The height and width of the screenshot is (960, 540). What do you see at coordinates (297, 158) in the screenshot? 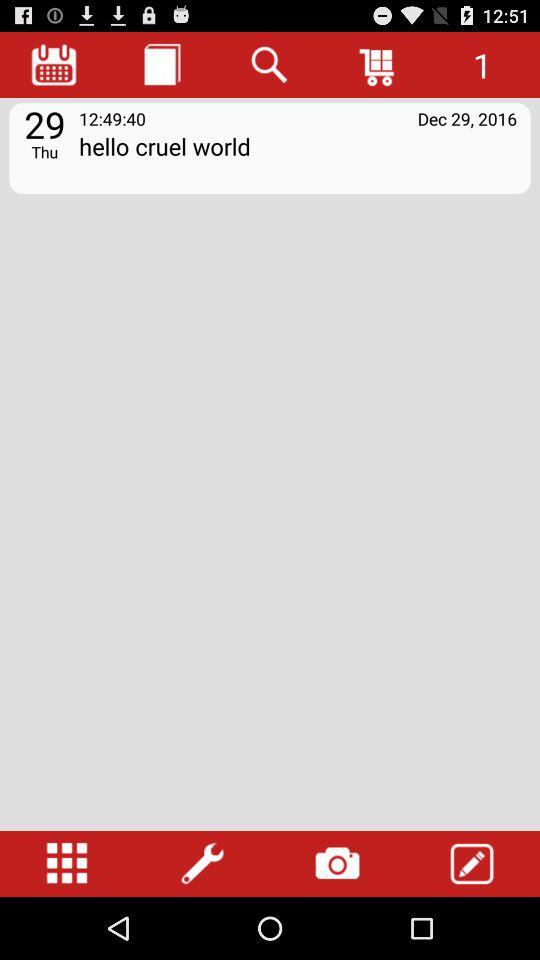
I see `icon next to 29 icon` at bounding box center [297, 158].